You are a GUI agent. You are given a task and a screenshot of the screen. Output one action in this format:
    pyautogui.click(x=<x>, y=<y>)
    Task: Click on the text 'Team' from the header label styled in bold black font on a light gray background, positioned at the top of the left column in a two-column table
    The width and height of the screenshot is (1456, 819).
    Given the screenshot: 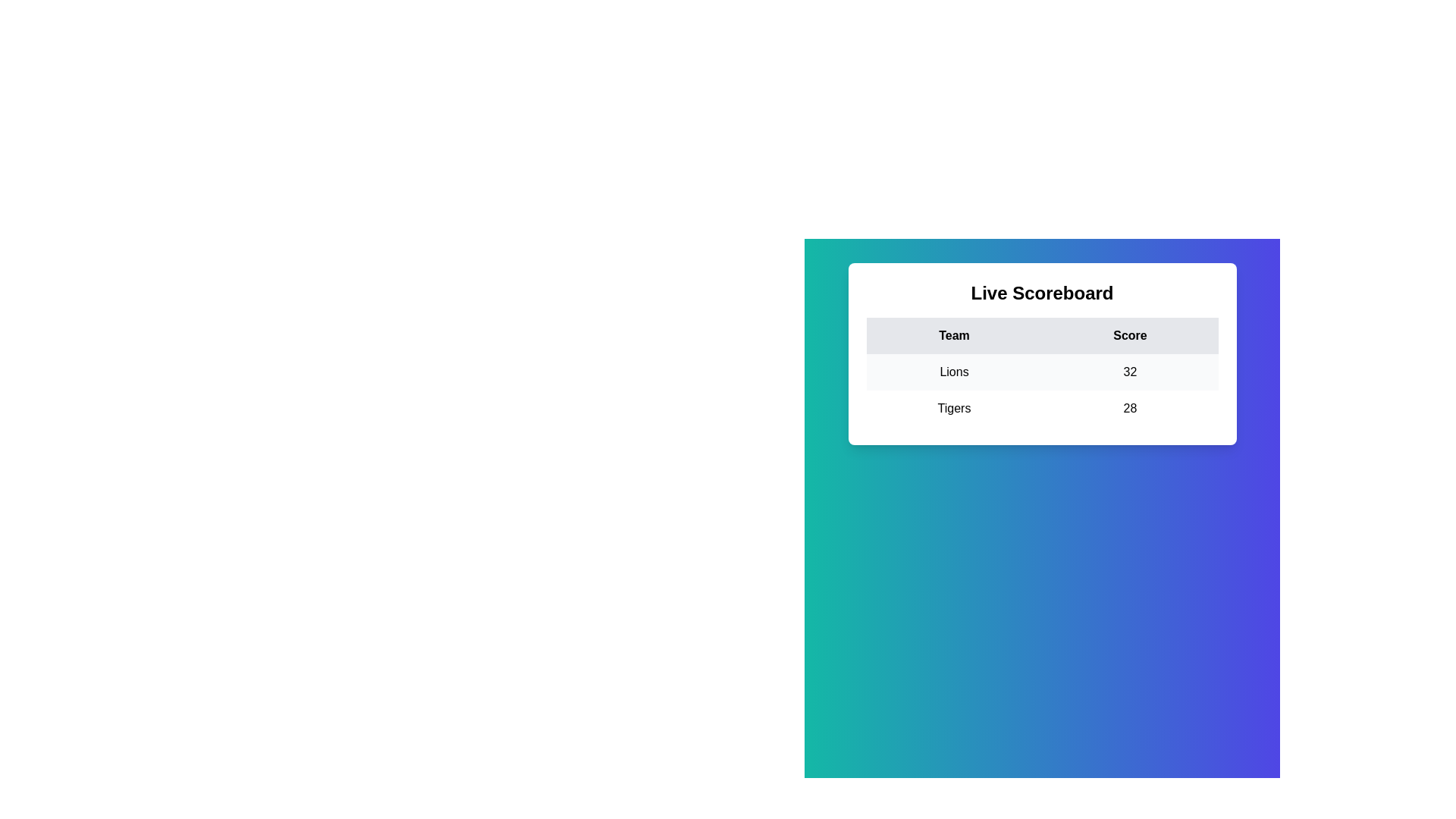 What is the action you would take?
    pyautogui.click(x=953, y=335)
    